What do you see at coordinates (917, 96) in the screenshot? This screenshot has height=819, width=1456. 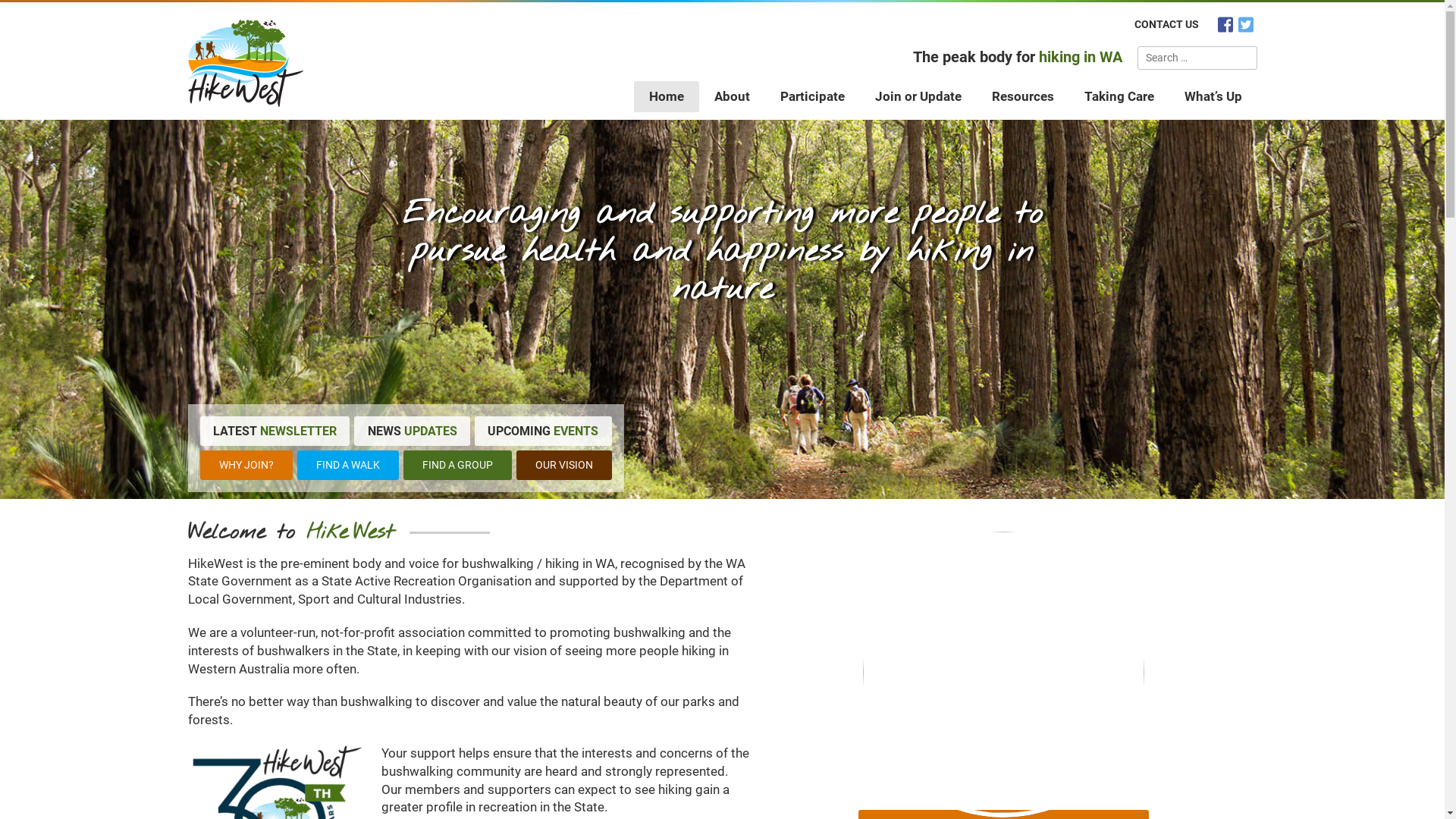 I see `'Join or Update'` at bounding box center [917, 96].